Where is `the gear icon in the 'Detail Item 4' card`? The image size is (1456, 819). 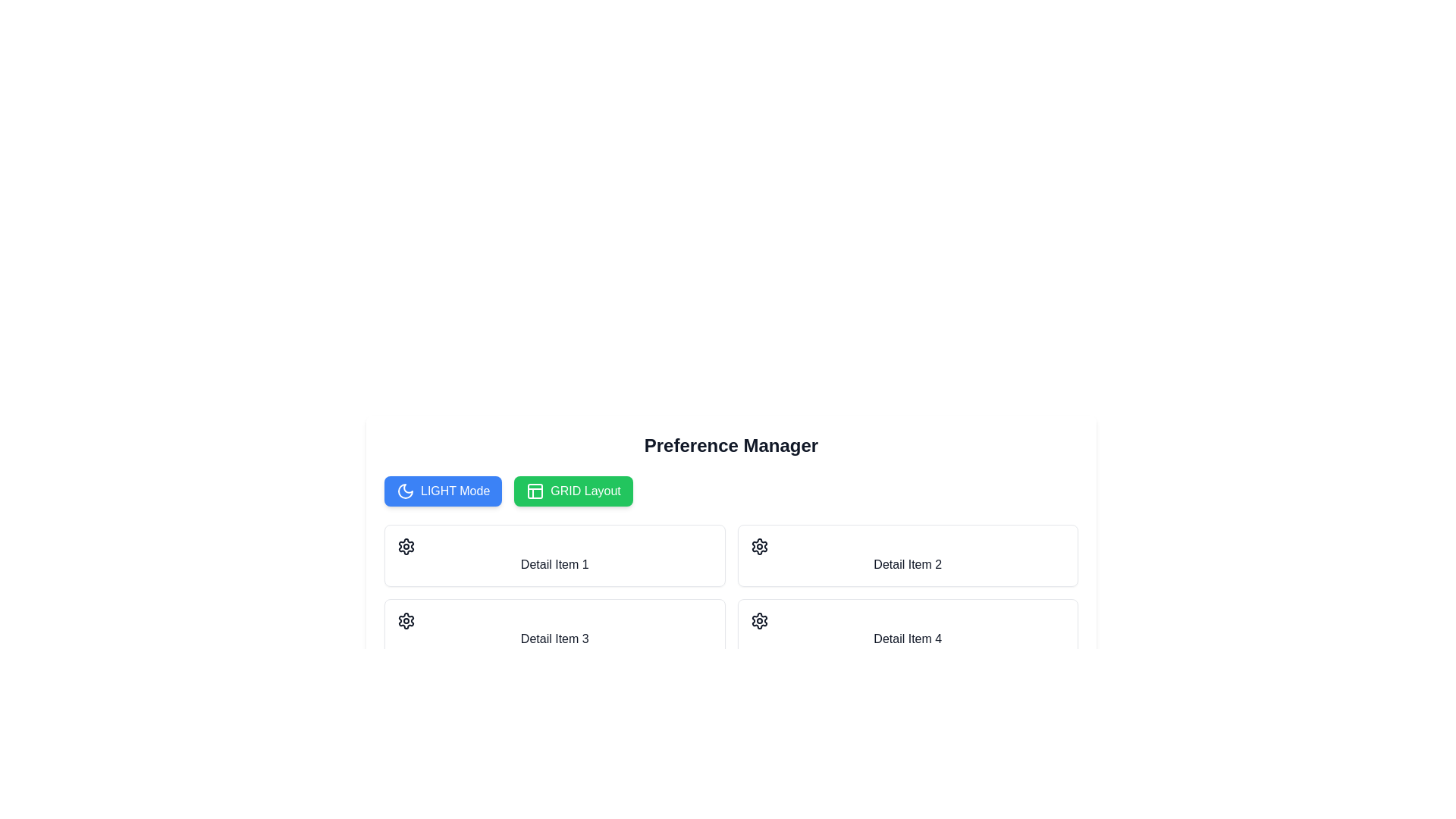 the gear icon in the 'Detail Item 4' card is located at coordinates (759, 620).